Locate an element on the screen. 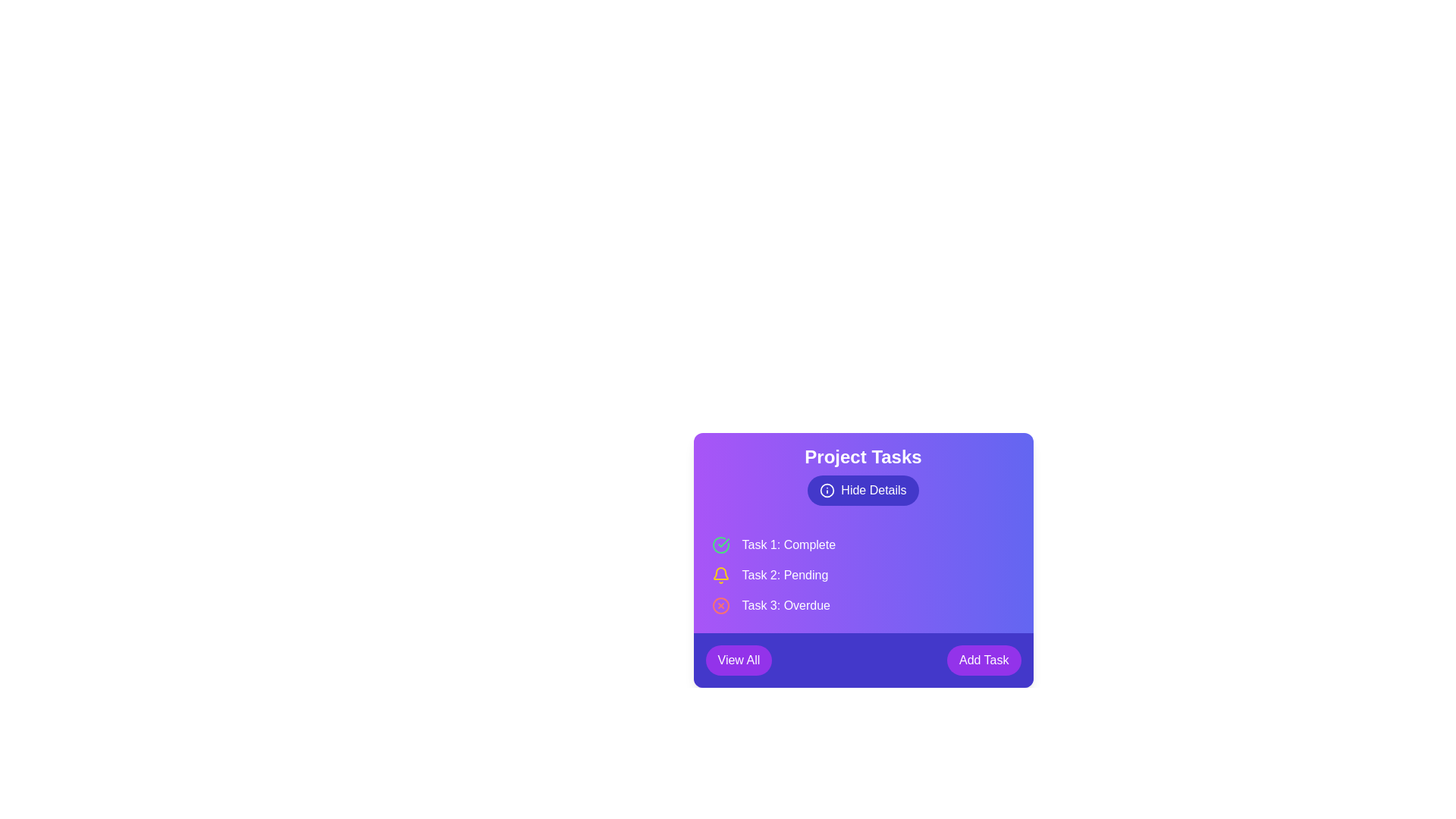 This screenshot has height=819, width=1456. the icon representing 'Task 2: Pending', which is located in the second position within the vertically-arranged set of task icons is located at coordinates (720, 576).